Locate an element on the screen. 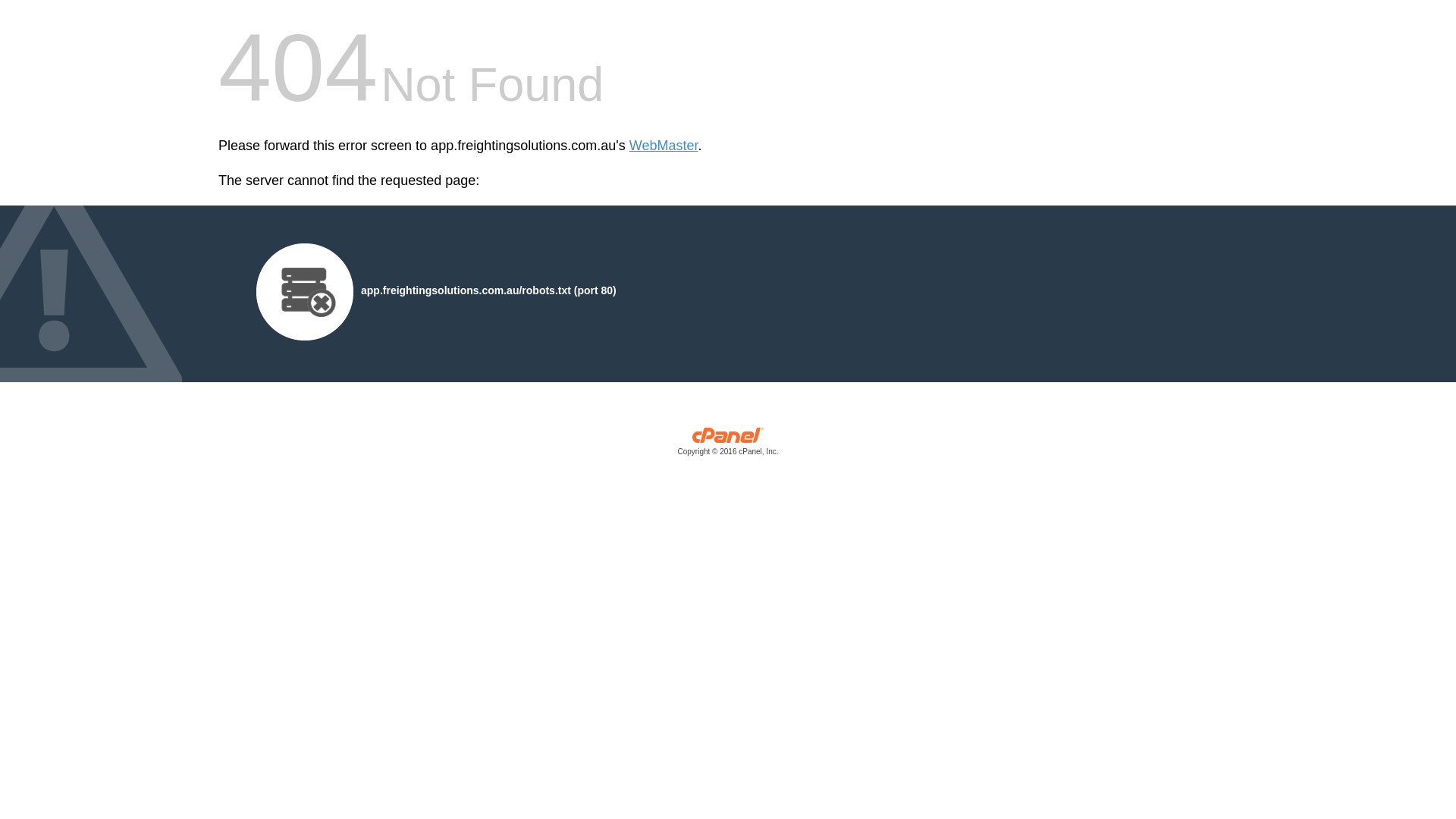 The height and width of the screenshot is (819, 1456). 'WebMaster' is located at coordinates (629, 146).